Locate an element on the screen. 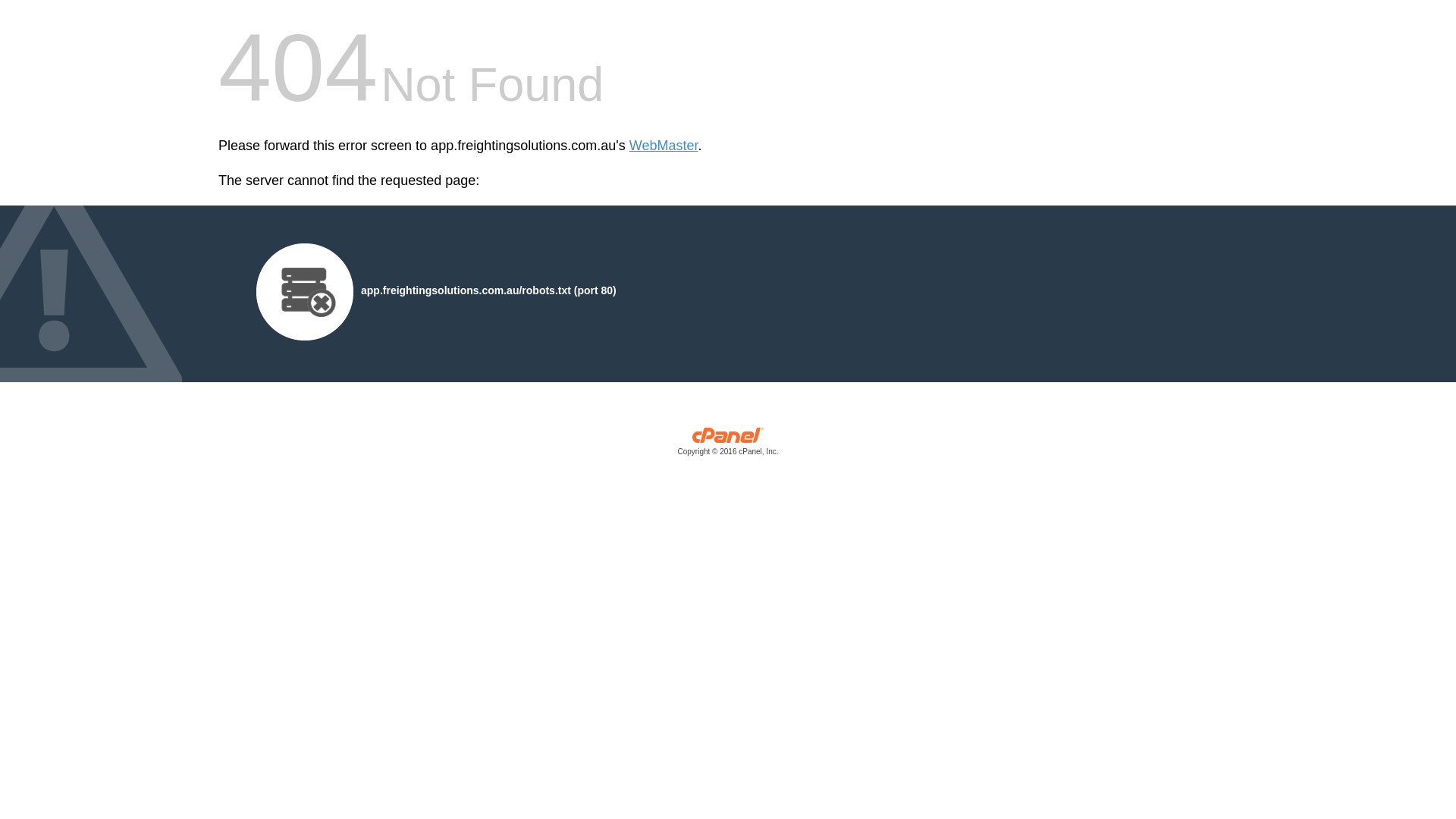 The height and width of the screenshot is (819, 1456). 'WebMaster' is located at coordinates (629, 146).